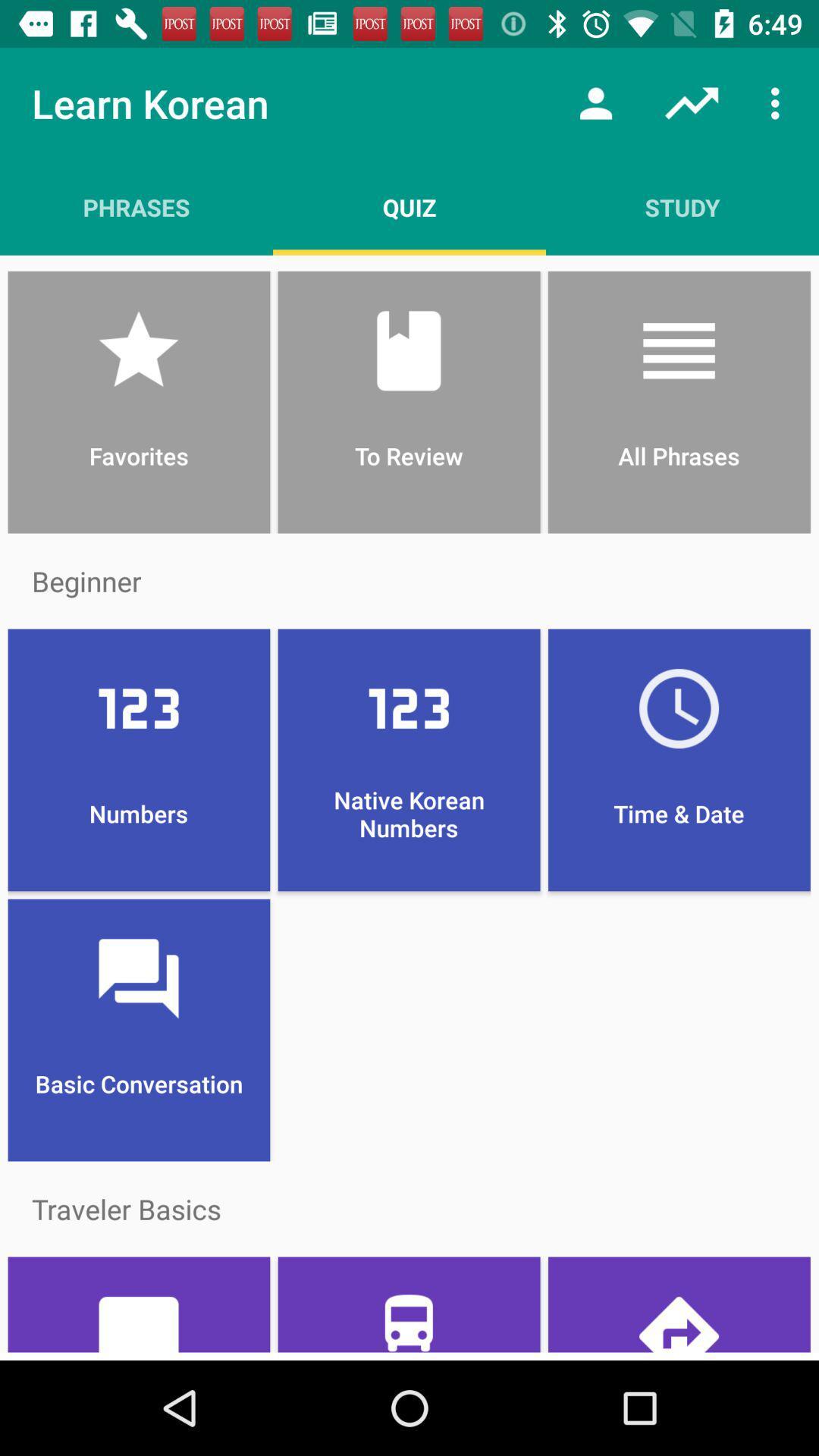 The image size is (819, 1456). What do you see at coordinates (409, 206) in the screenshot?
I see `quiz` at bounding box center [409, 206].